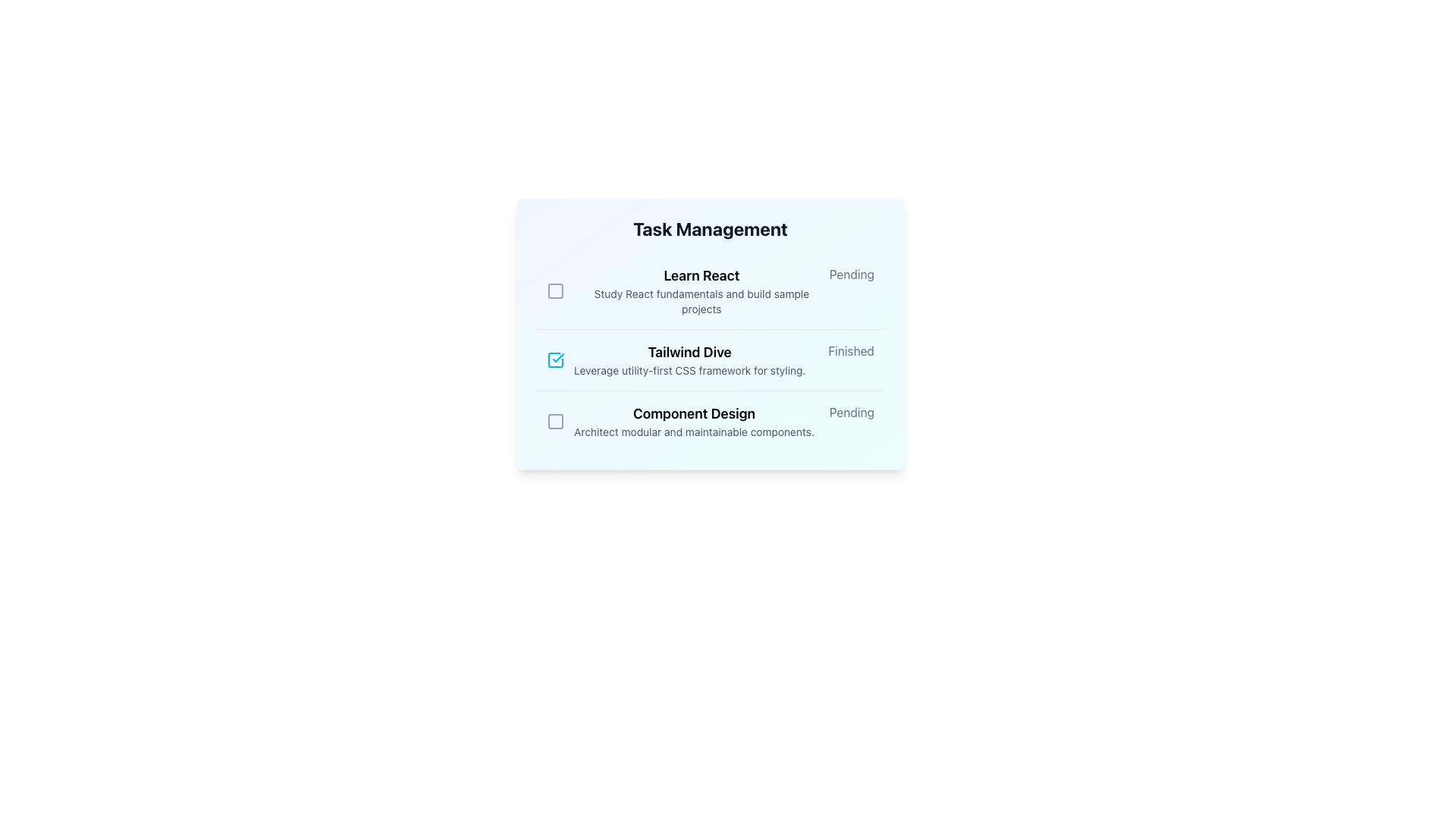  Describe the element at coordinates (555, 421) in the screenshot. I see `the checkbox located in the third row of the Task Management interface, associated with the task 'Component Design'` at that location.